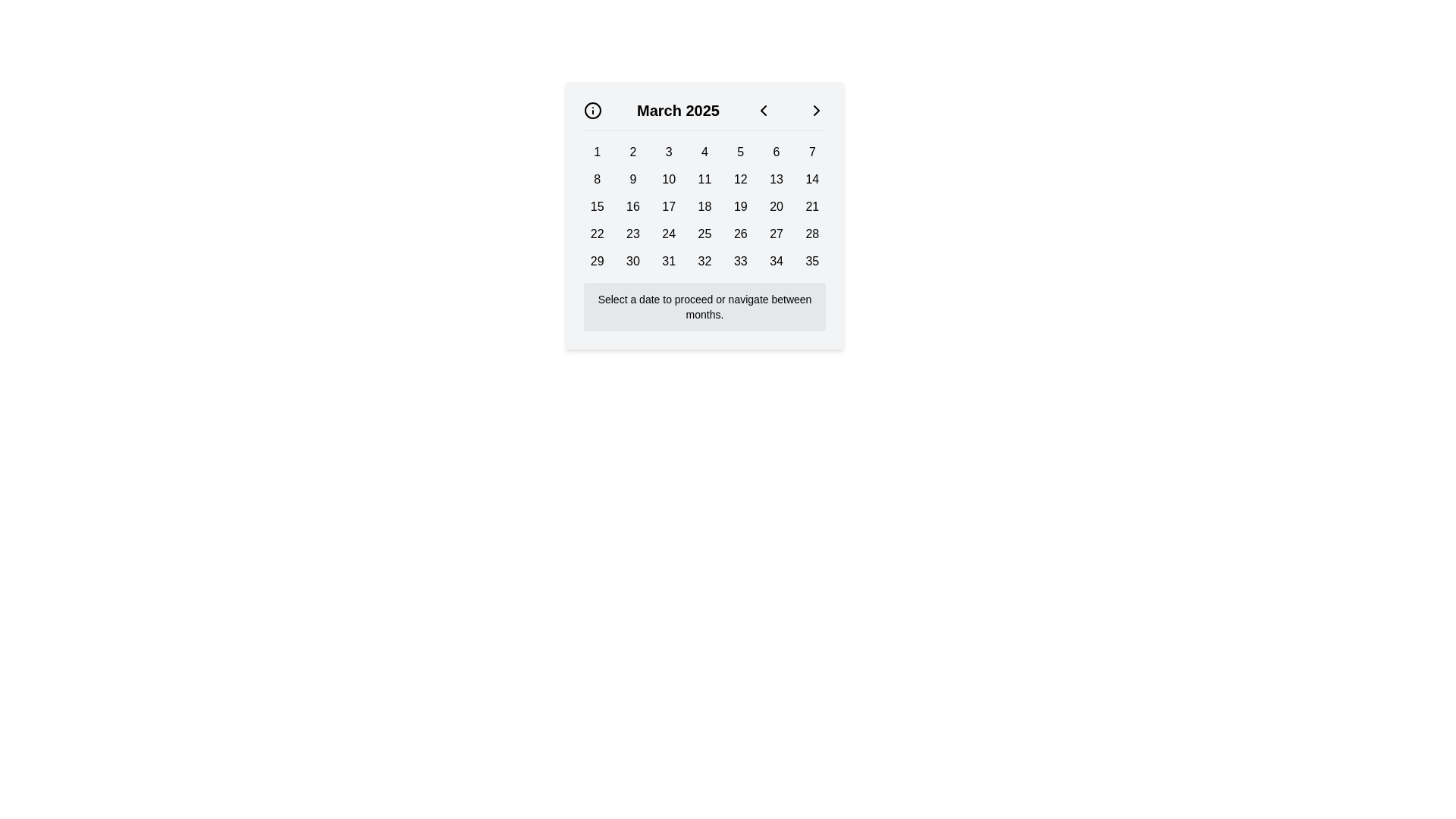  I want to click on the button labeled '10' styled with 'btn btn-day' in the second row and third column of the calendar grid, so click(668, 178).